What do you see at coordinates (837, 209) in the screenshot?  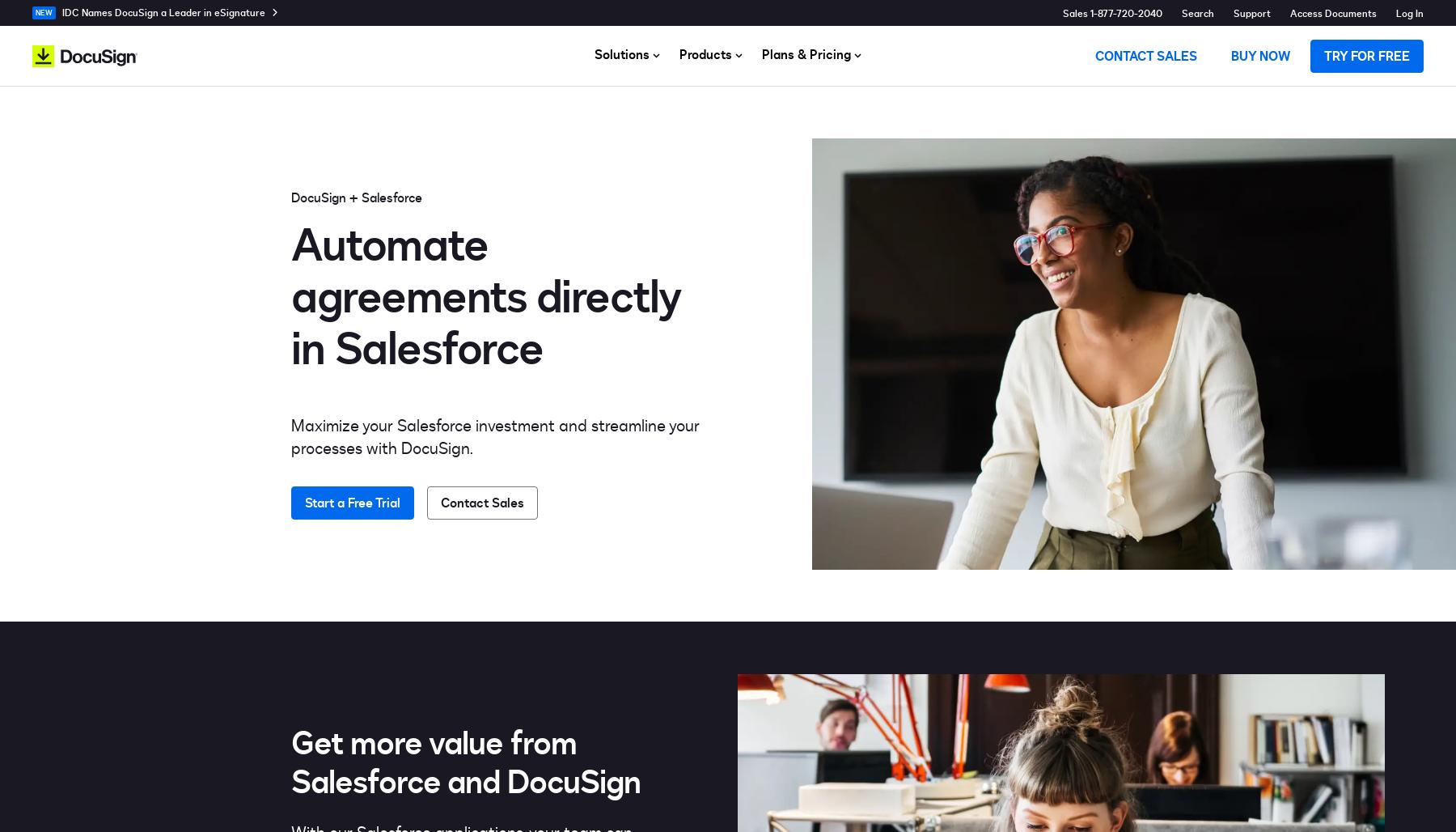 I see `'Incorporate enhanced signer verification into your agreements'` at bounding box center [837, 209].